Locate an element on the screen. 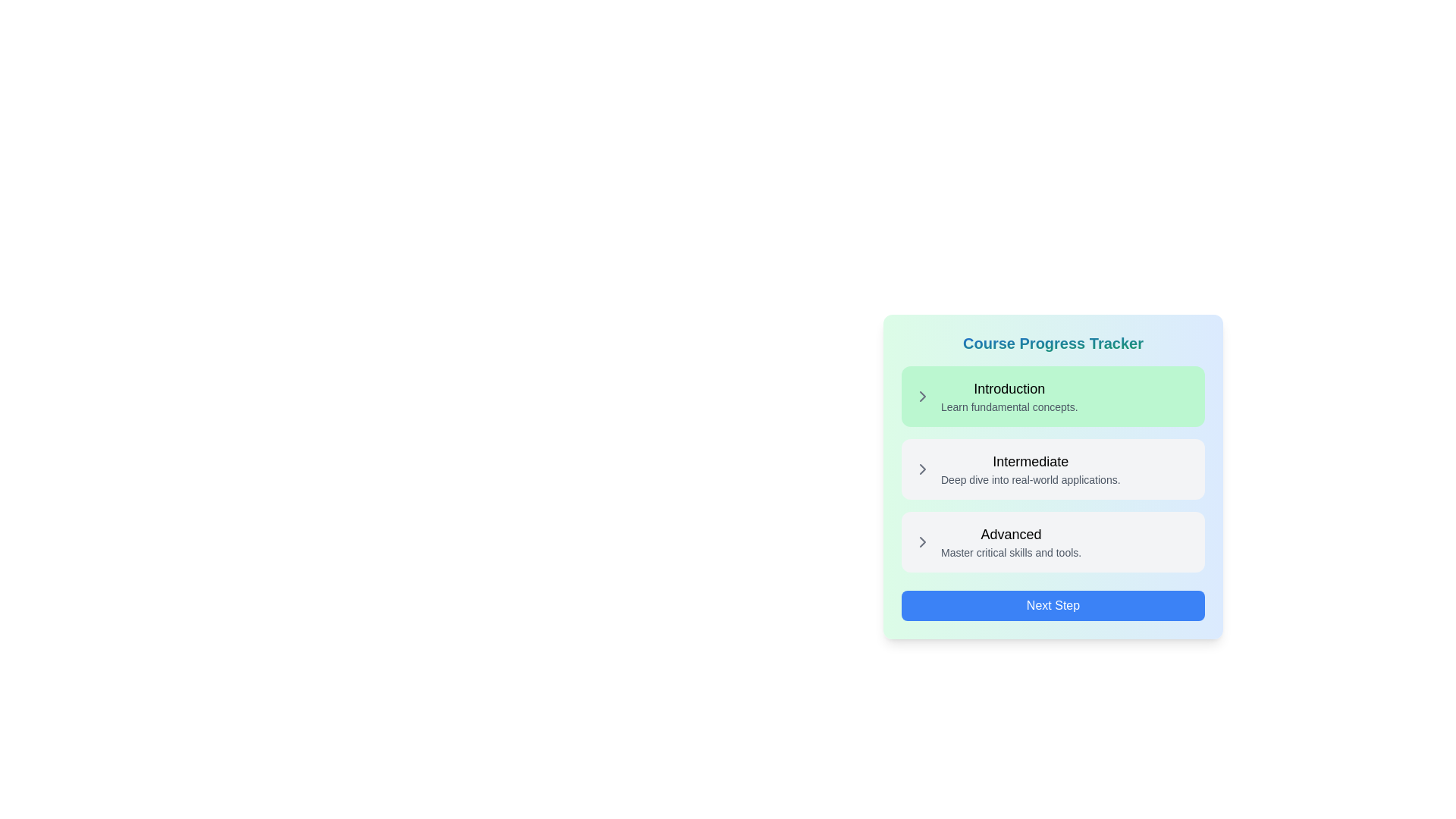 The image size is (1456, 819). the navigation icon located to the left of the 'Introduction' text in the course tracker module to indicate interaction is located at coordinates (922, 396).